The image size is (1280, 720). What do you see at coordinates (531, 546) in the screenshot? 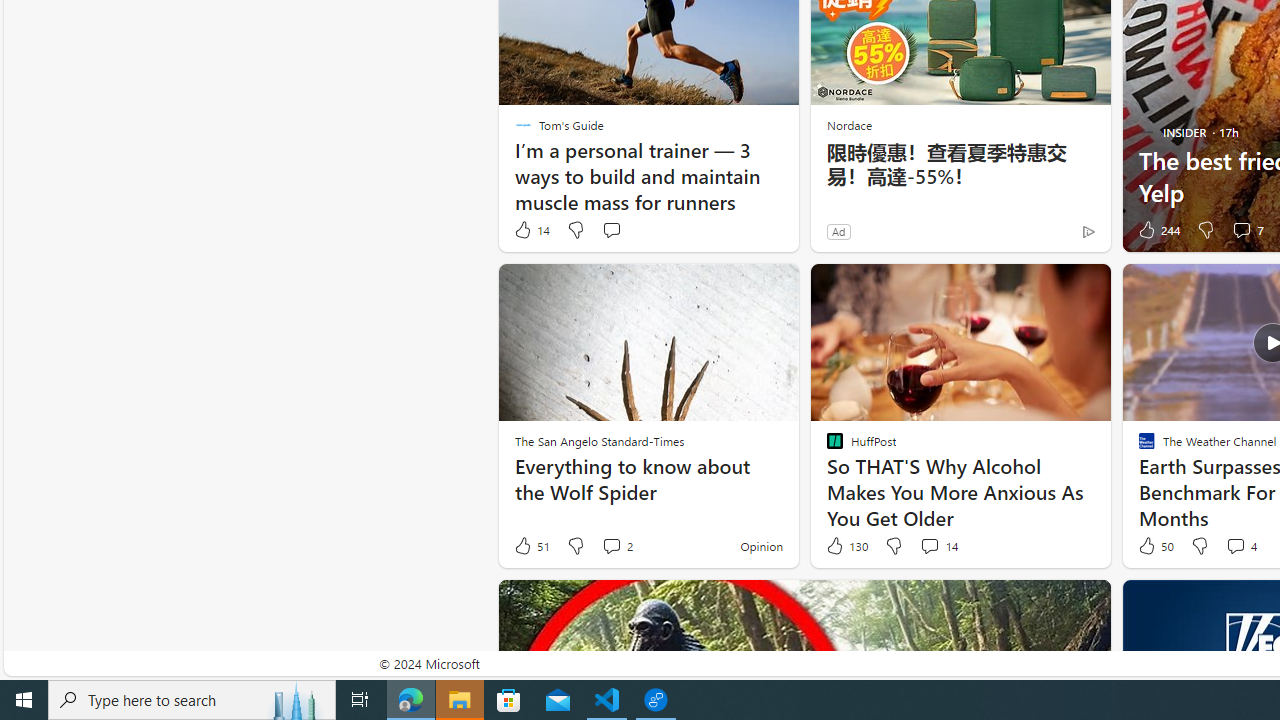
I see `'51 Like'` at bounding box center [531, 546].